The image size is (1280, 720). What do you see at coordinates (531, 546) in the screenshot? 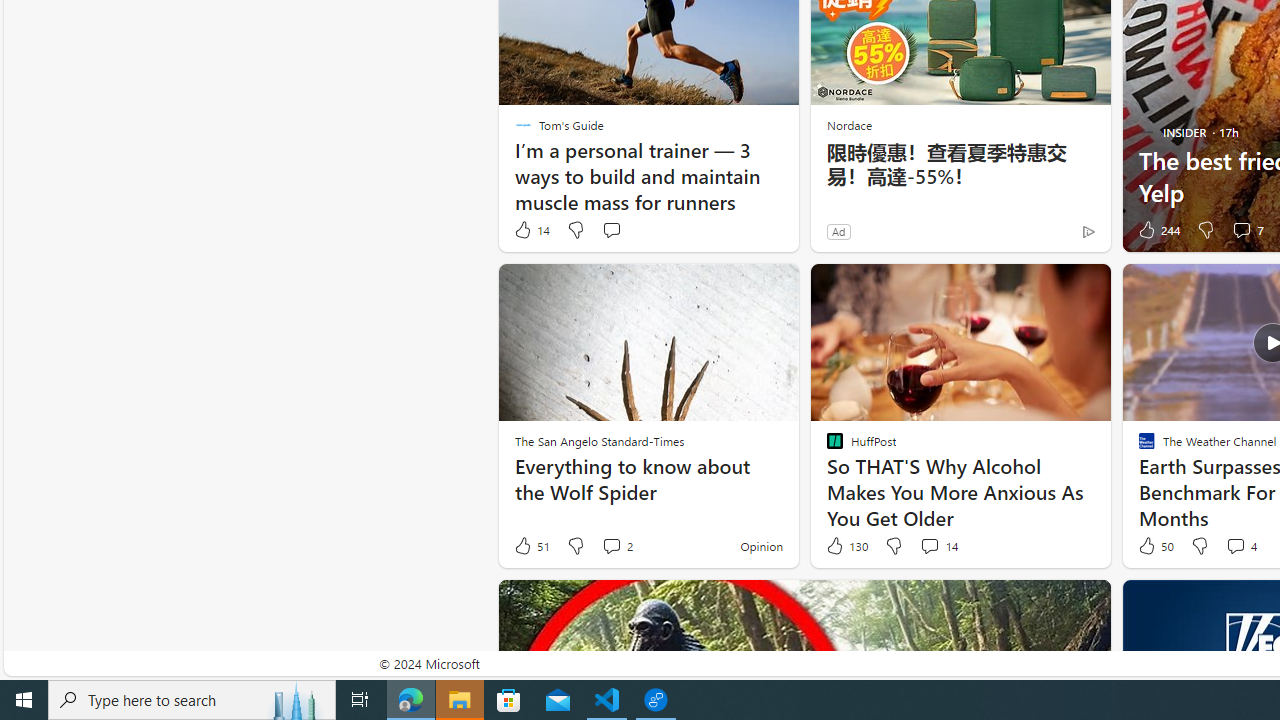
I see `'51 Like'` at bounding box center [531, 546].